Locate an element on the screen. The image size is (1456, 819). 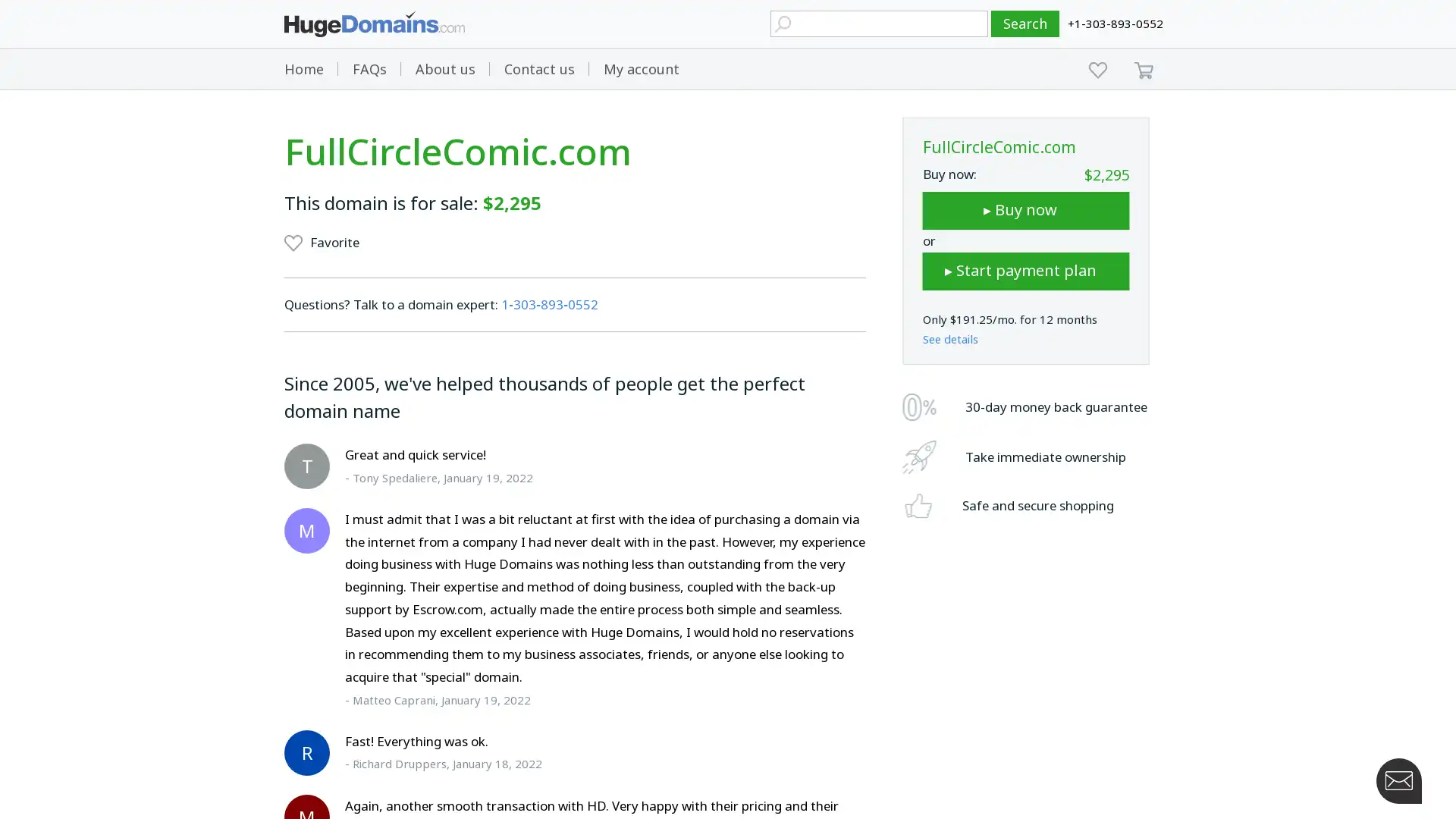
Search is located at coordinates (1025, 24).